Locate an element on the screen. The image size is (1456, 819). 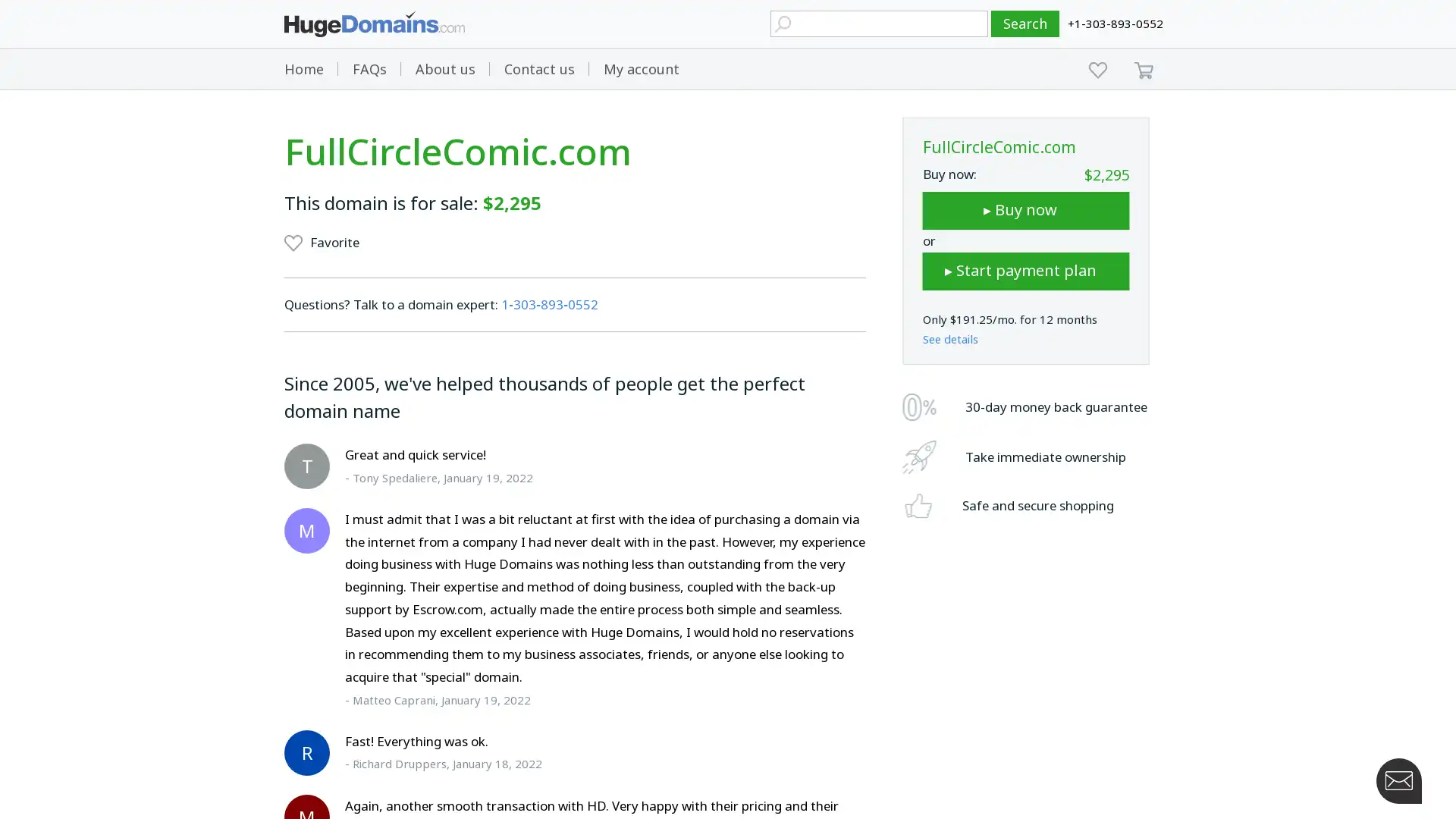
Search is located at coordinates (1025, 24).